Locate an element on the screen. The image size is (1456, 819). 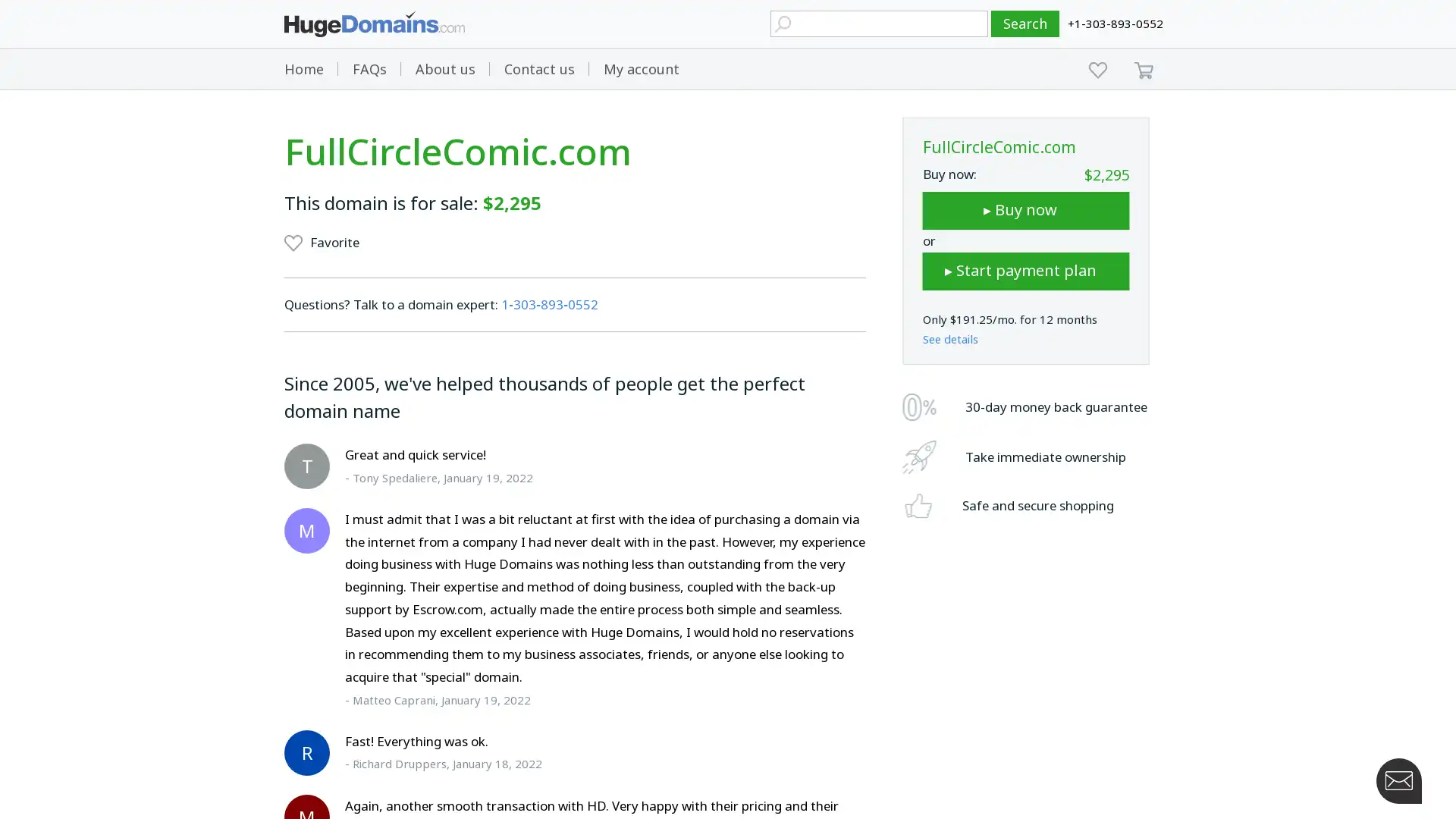
Search is located at coordinates (1025, 24).